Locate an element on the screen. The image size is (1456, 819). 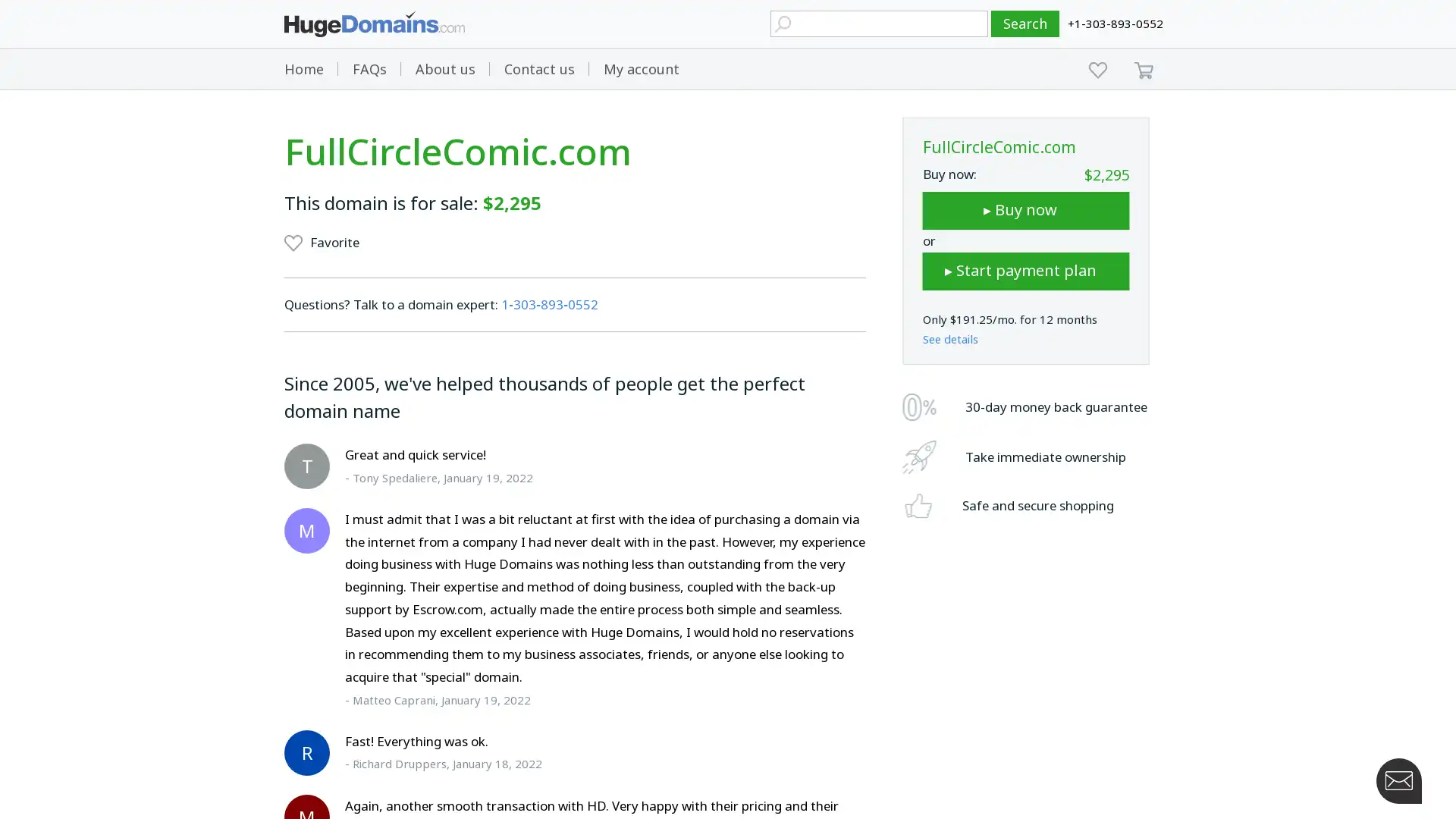
Search is located at coordinates (1025, 24).